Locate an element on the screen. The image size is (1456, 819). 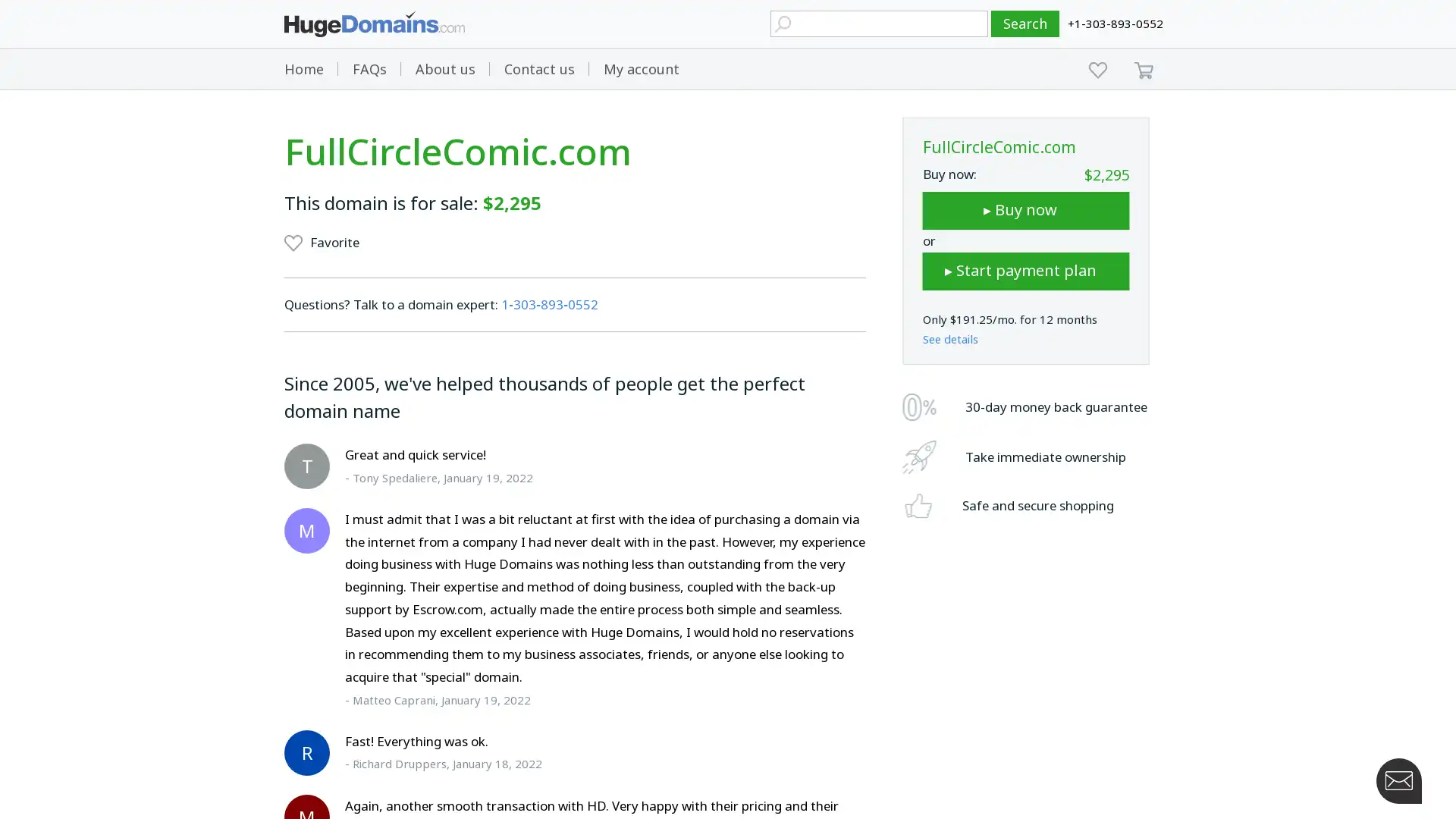
Search is located at coordinates (1025, 24).